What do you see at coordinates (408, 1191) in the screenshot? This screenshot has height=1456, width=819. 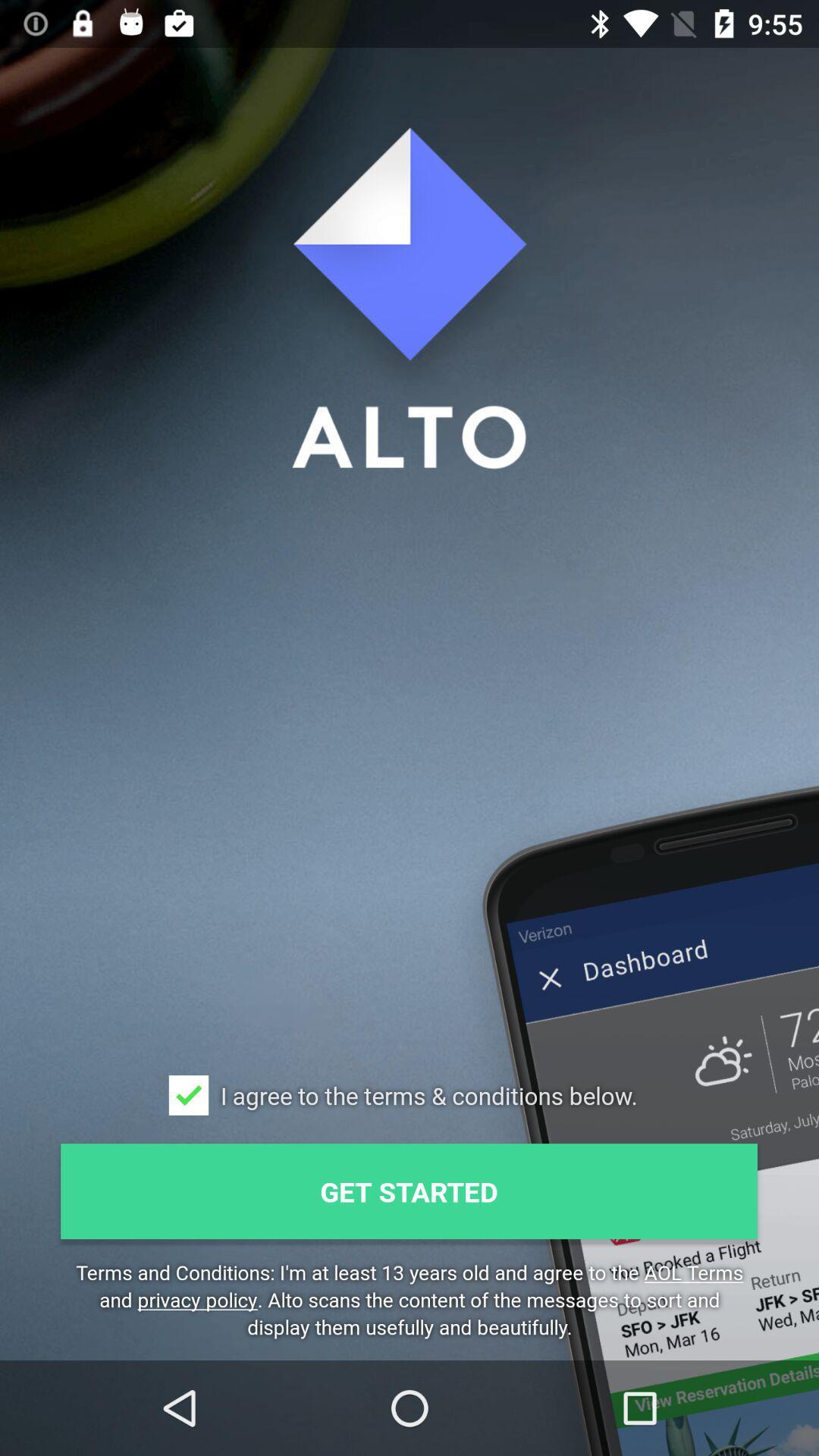 I see `the get started` at bounding box center [408, 1191].